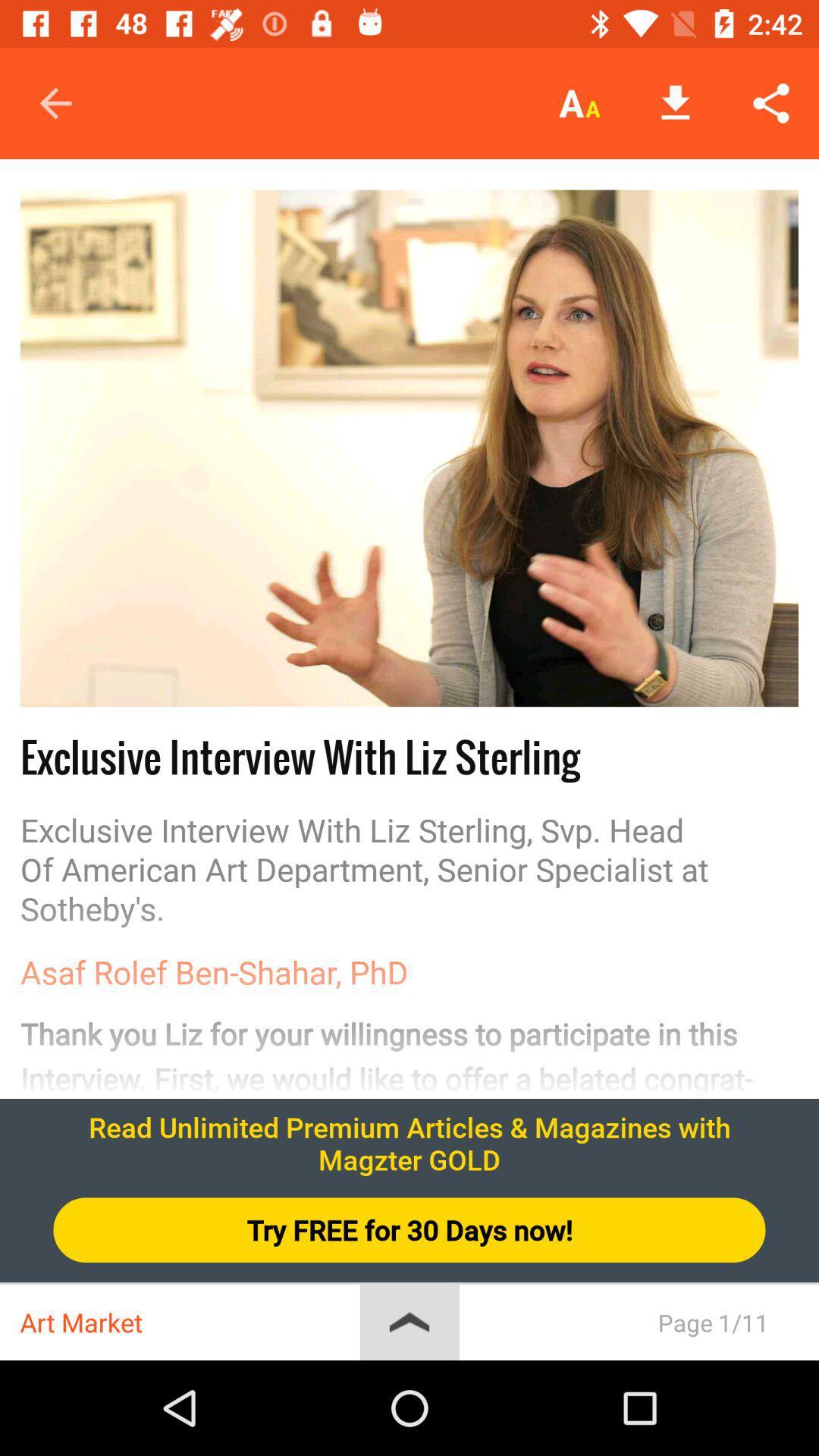 The image size is (819, 1456). I want to click on item below read unlimited premium item, so click(409, 1230).